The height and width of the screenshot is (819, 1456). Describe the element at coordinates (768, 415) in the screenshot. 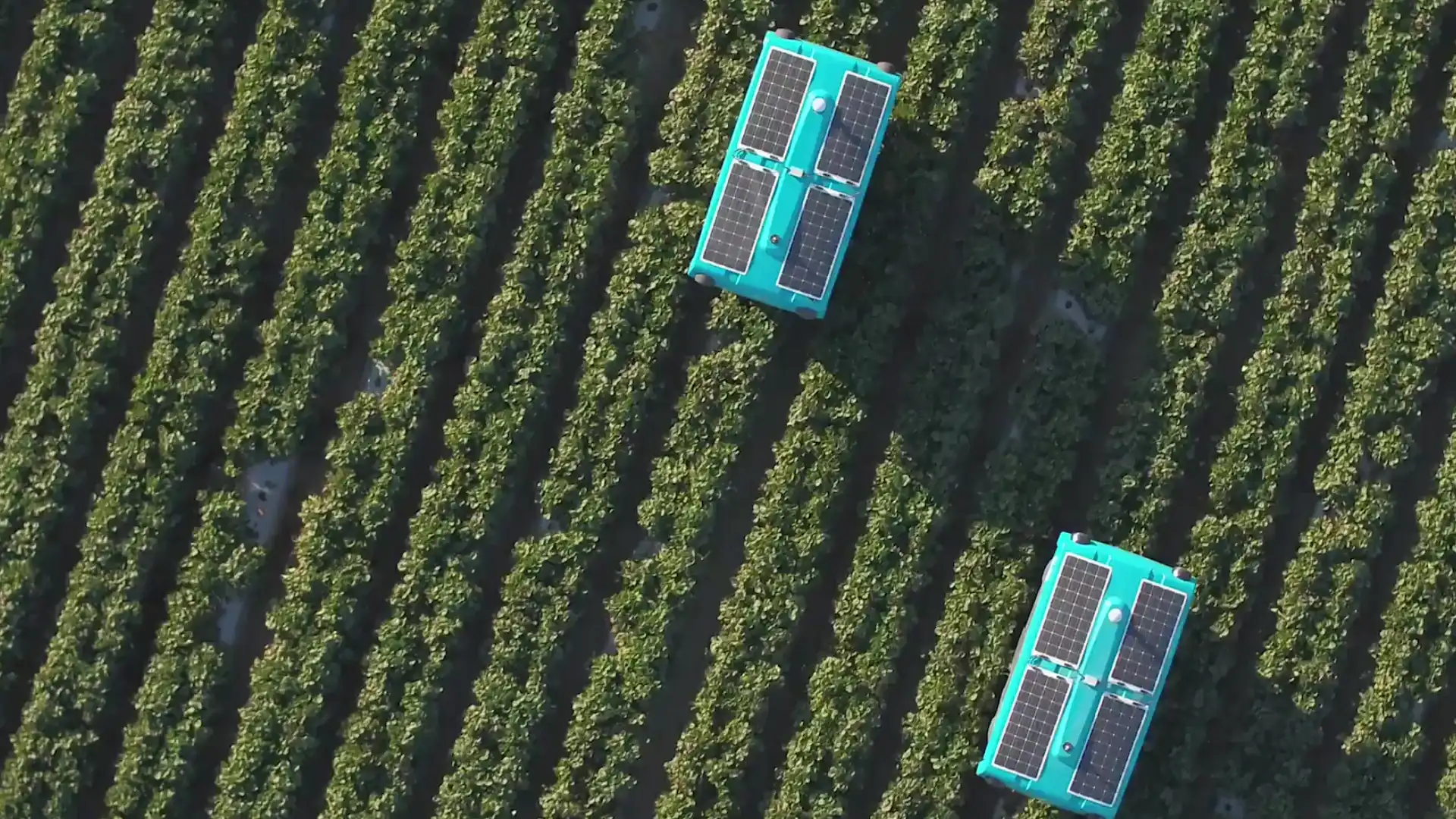

I see `Ten years of learning Over the course of 10 years, X learns a lot about some of the processes and cultural habits that help systematize innovation. For our 10th anniversary, we share the Gimbal  our internal guide to invention and innovation  alongside other tips for unleashing radical creativity that anyone can put into practice.` at that location.